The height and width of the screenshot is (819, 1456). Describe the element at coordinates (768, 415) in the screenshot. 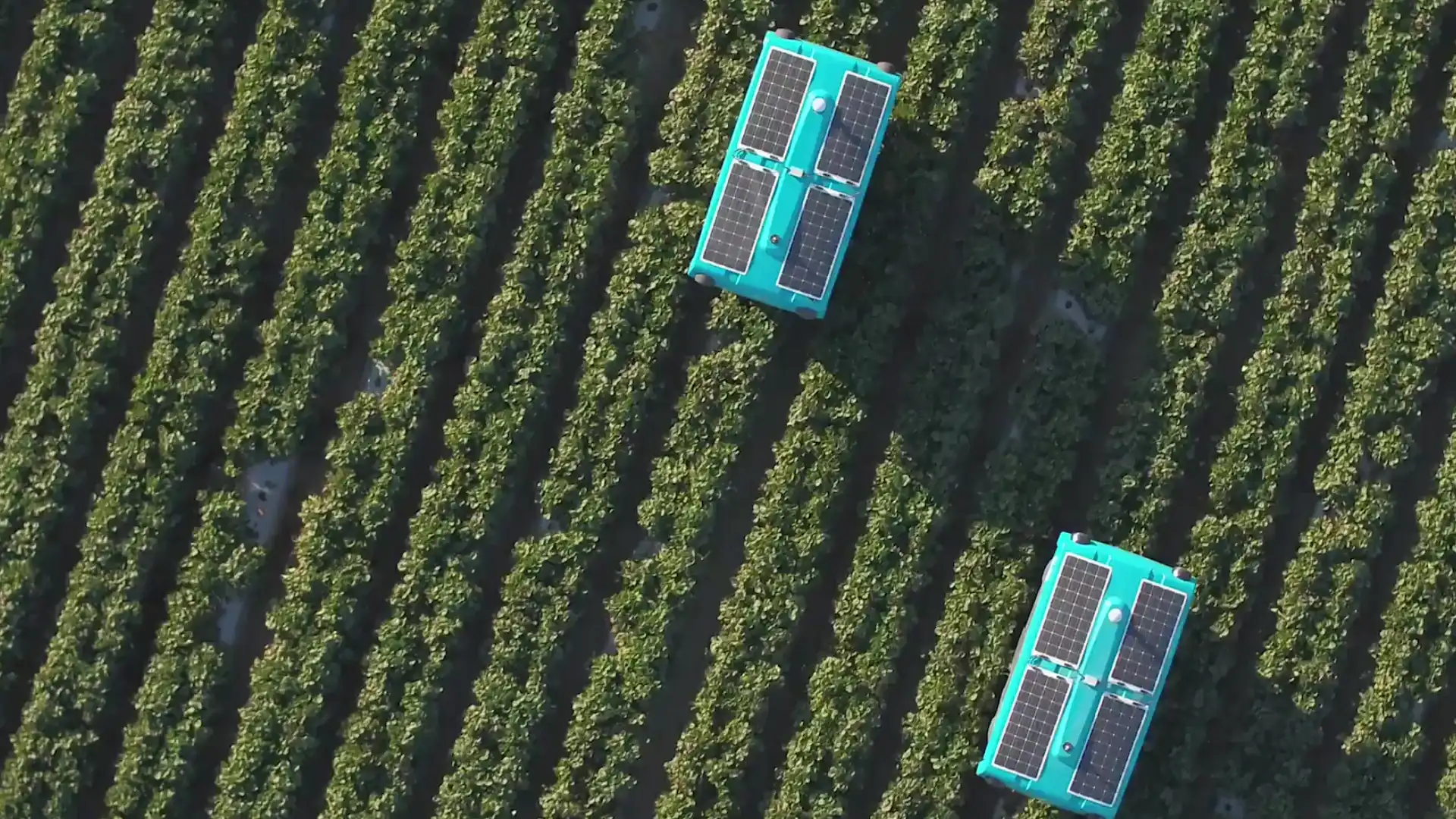

I see `Ten years of learning Over the course of 10 years, X learns a lot about some of the processes and cultural habits that help systematize innovation. For our 10th anniversary, we share the Gimbal  our internal guide to invention and innovation  alongside other tips for unleashing radical creativity that anyone can put into practice.` at that location.